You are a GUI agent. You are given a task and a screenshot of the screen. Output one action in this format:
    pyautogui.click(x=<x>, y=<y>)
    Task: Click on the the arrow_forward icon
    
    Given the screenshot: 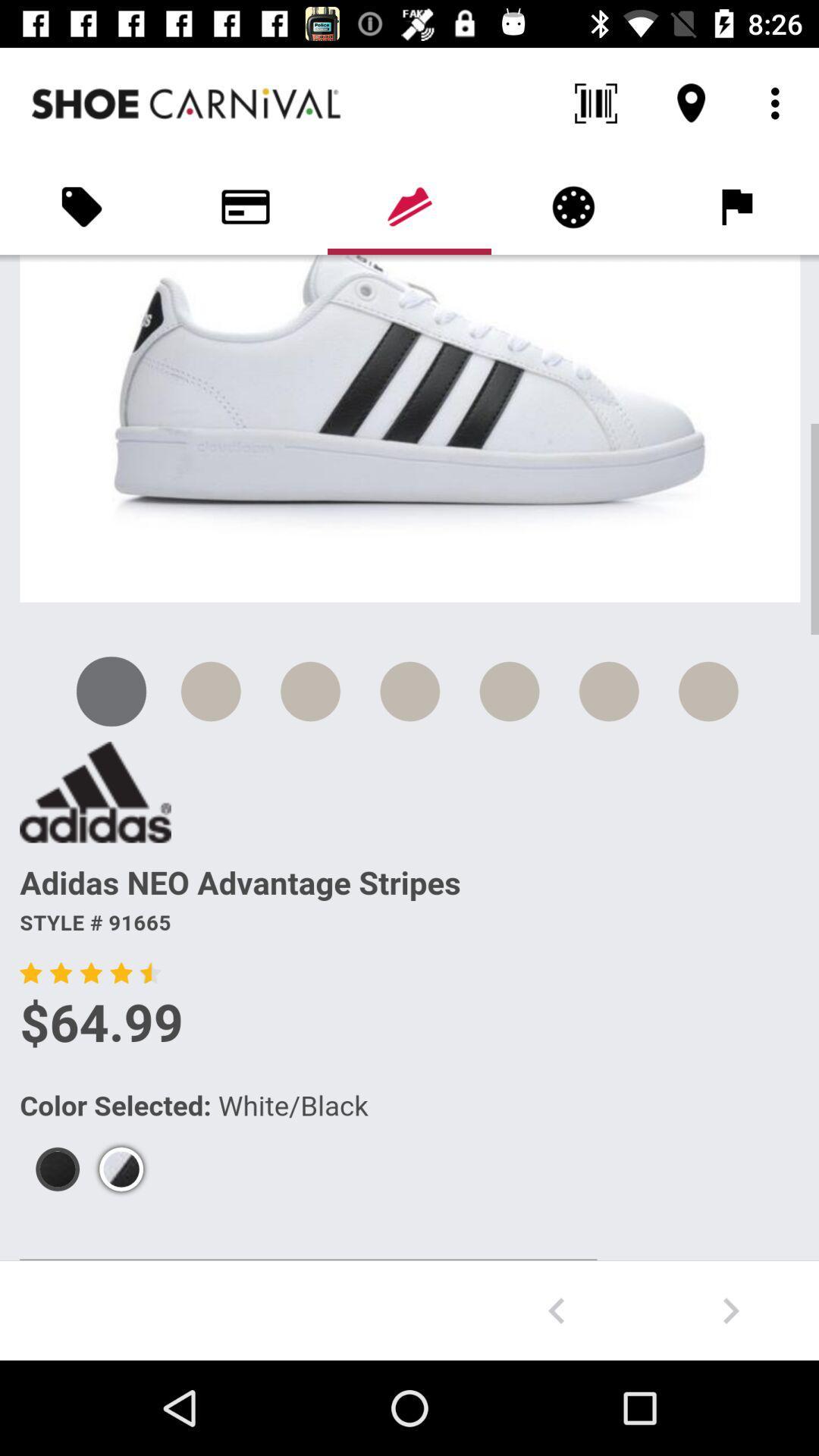 What is the action you would take?
    pyautogui.click(x=730, y=1310)
    